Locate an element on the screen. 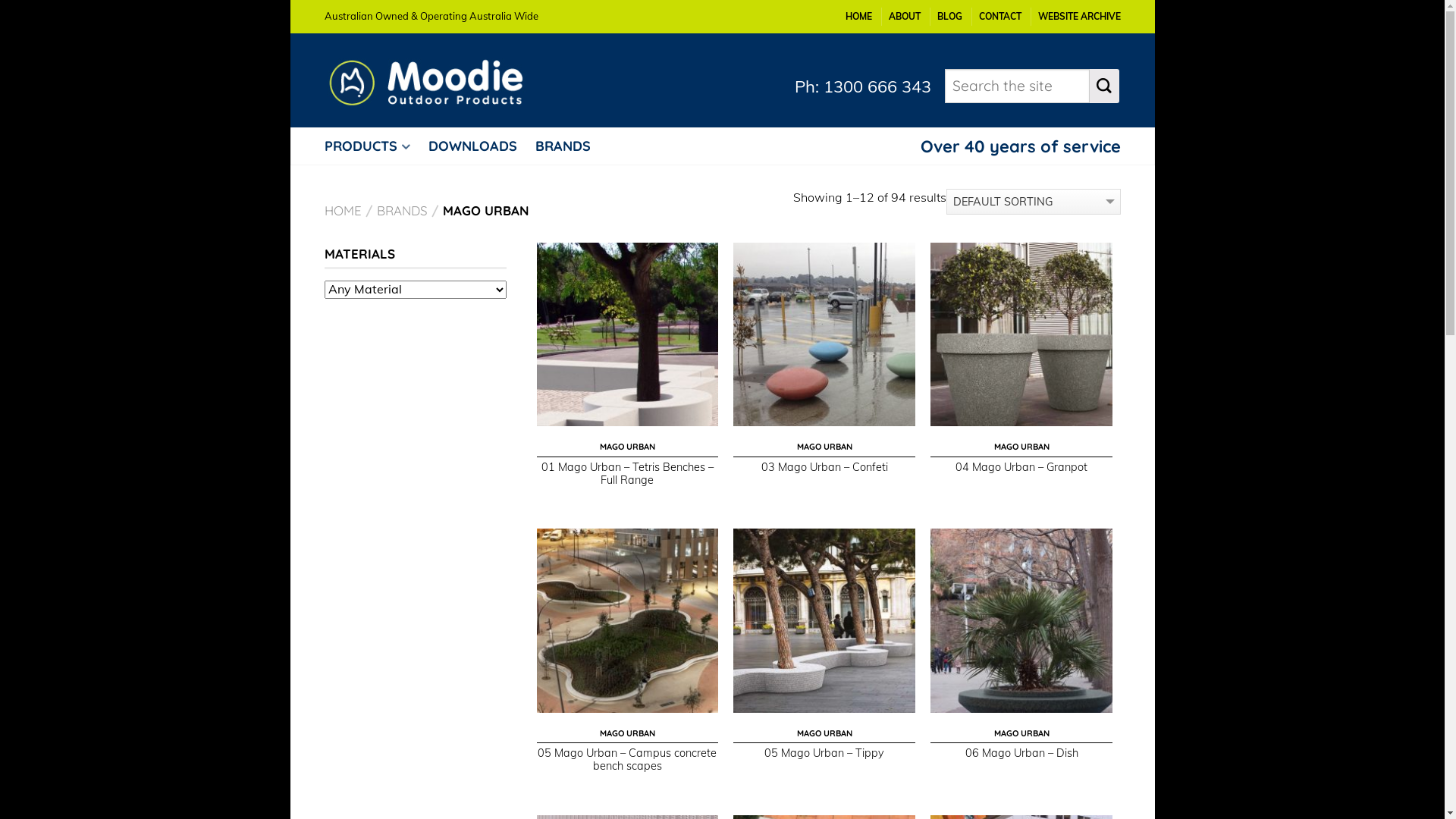 This screenshot has width=1456, height=819. 'PRODUCTS' is located at coordinates (375, 146).